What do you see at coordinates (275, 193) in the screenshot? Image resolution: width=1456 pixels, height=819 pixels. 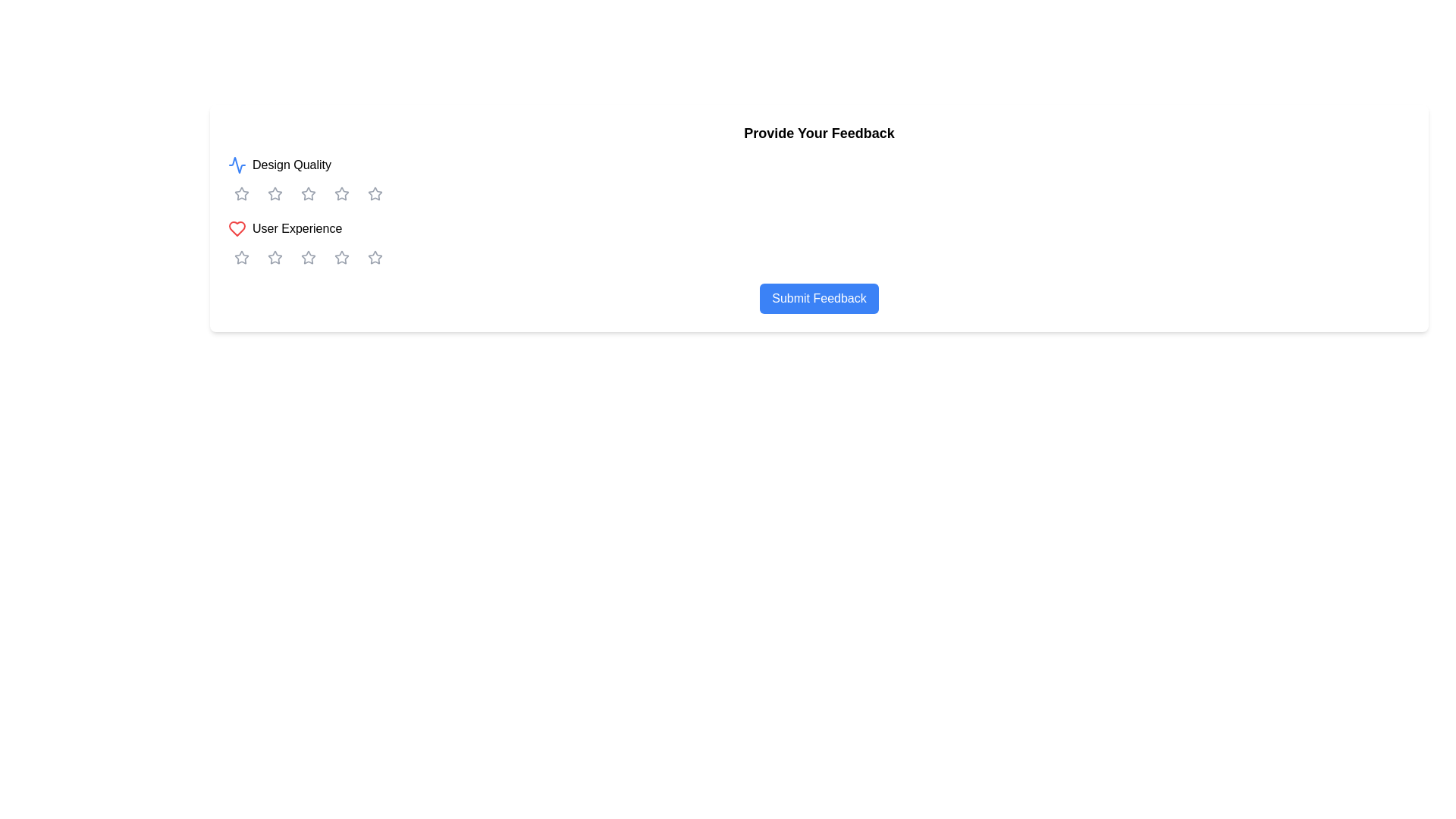 I see `the second star icon in the rating system` at bounding box center [275, 193].